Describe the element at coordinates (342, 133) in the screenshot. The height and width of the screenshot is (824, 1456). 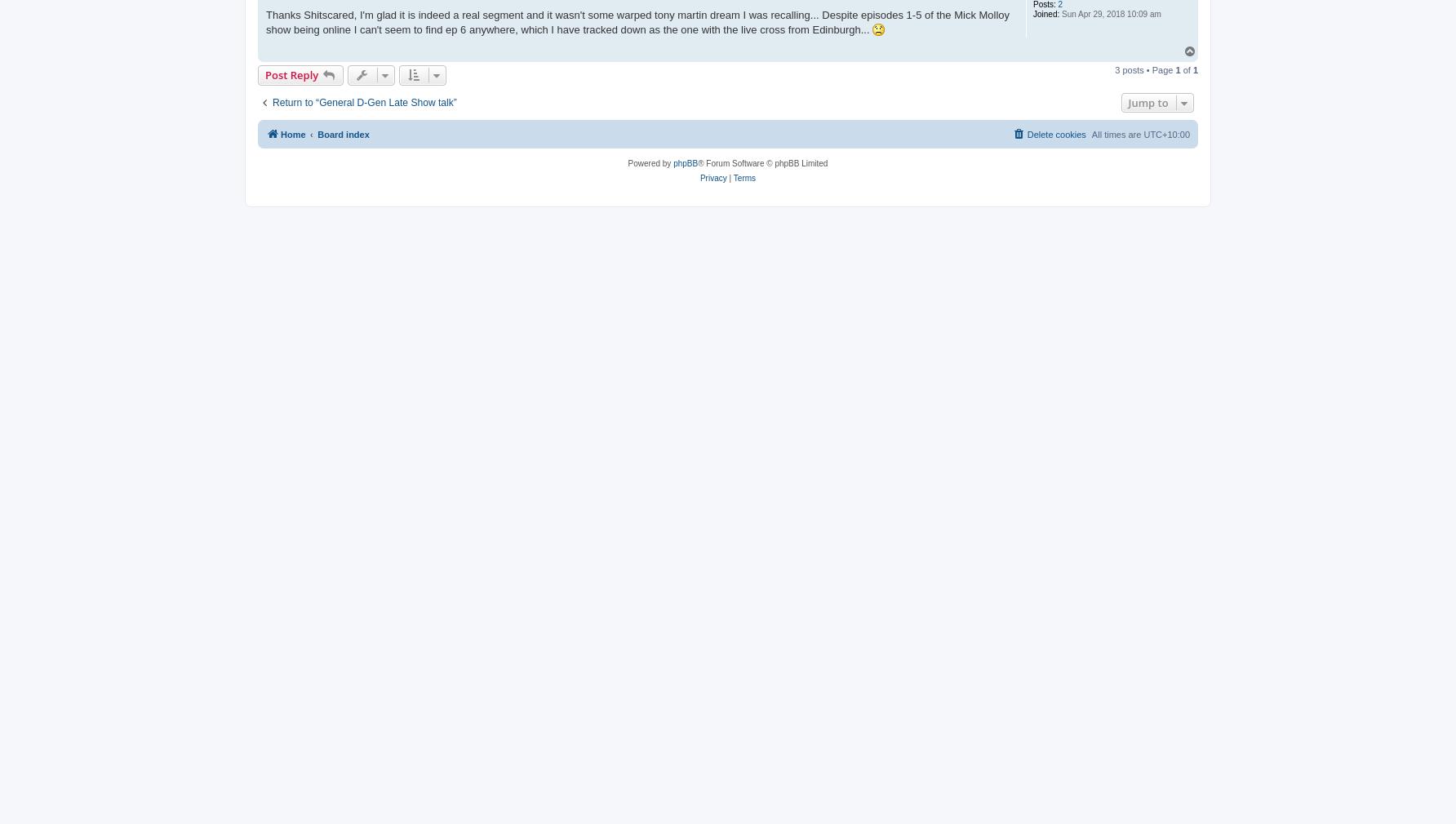
I see `'Board index'` at that location.